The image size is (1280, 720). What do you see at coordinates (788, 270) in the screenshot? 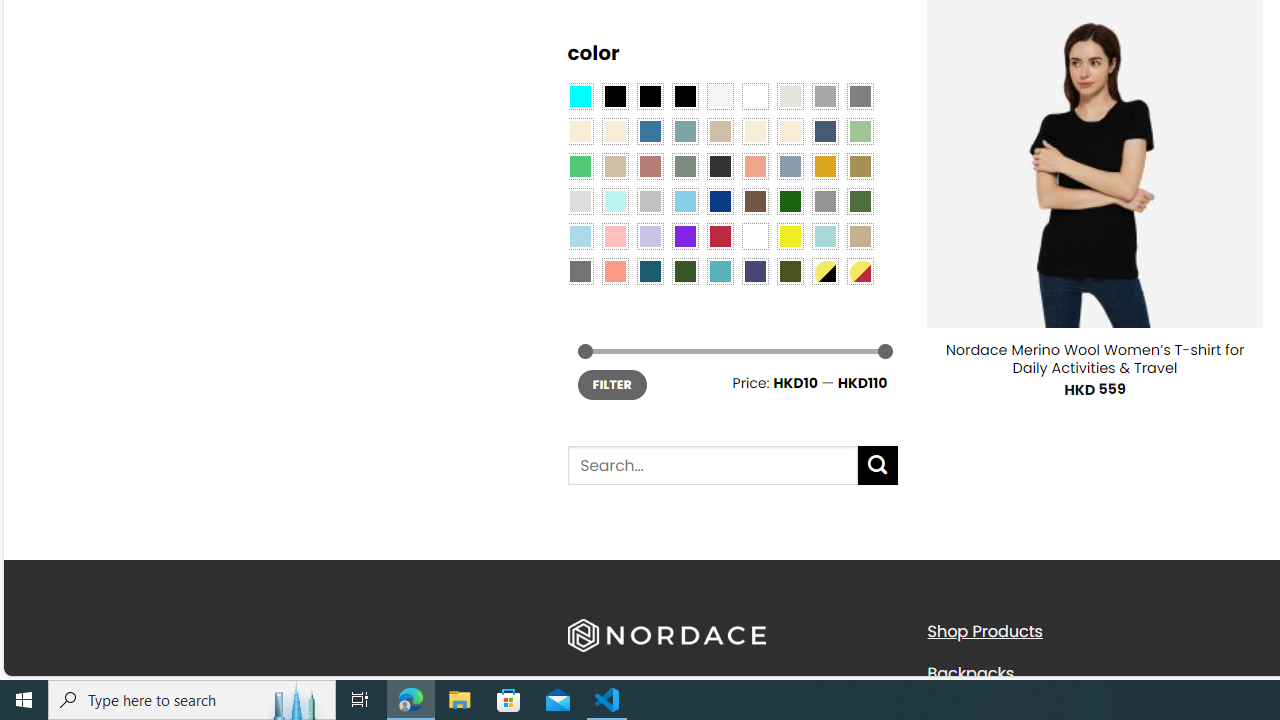
I see `'Army Green'` at bounding box center [788, 270].